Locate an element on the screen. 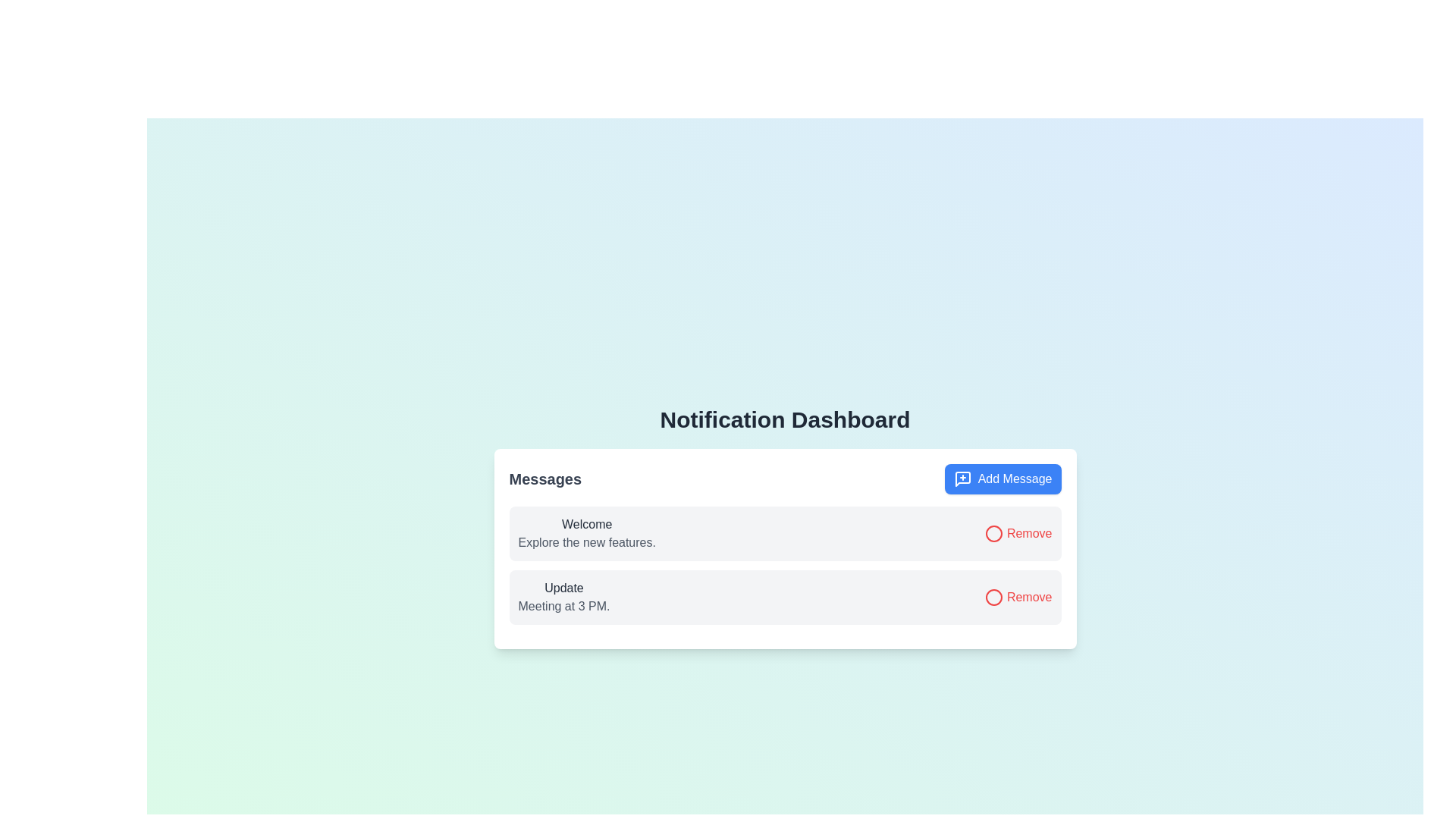  the red-text button labeled 'Remove' located at the far right of the message group 'Welcome - Explore the new features.' is located at coordinates (1018, 532).